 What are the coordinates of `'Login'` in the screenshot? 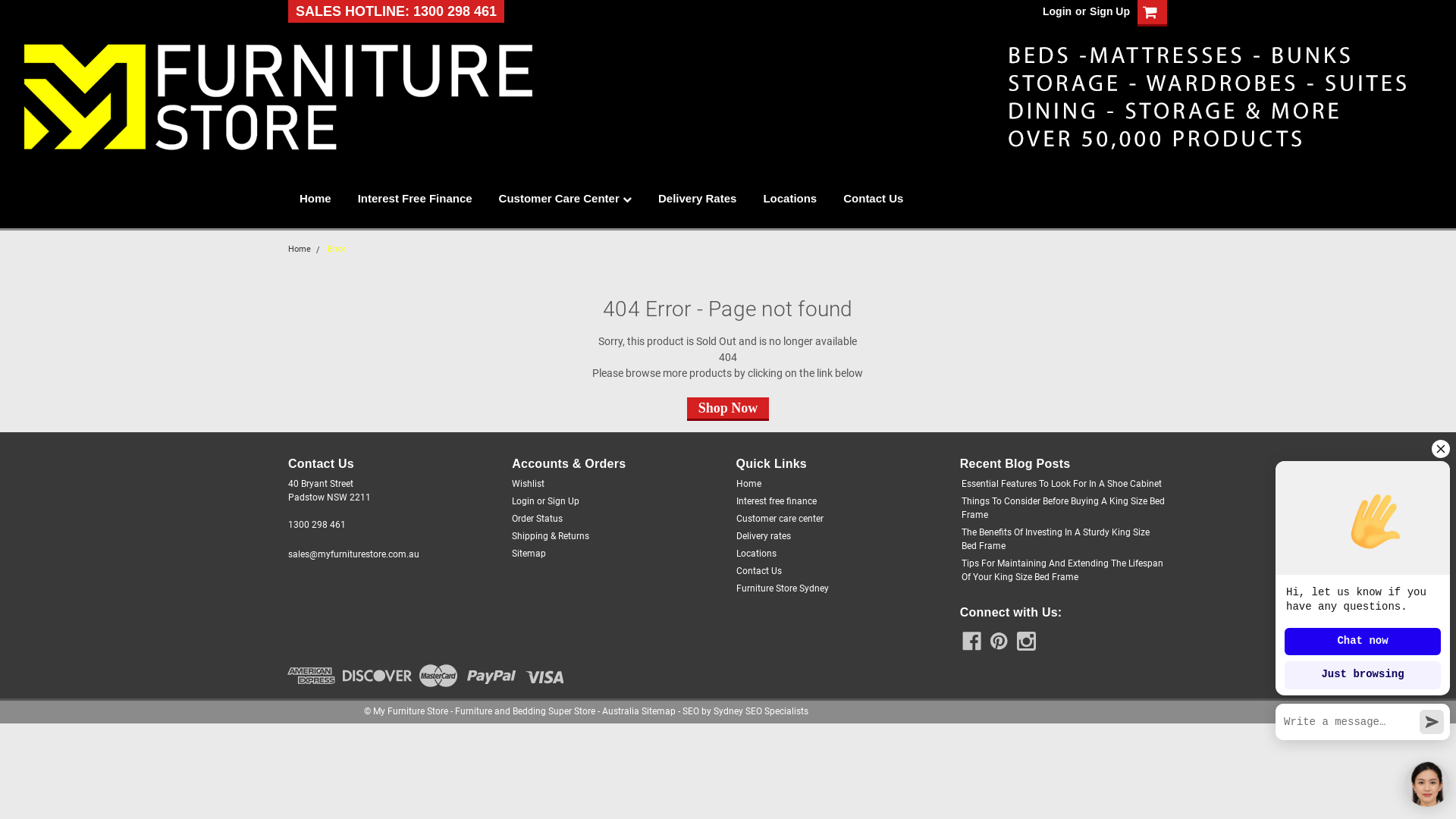 It's located at (1056, 11).